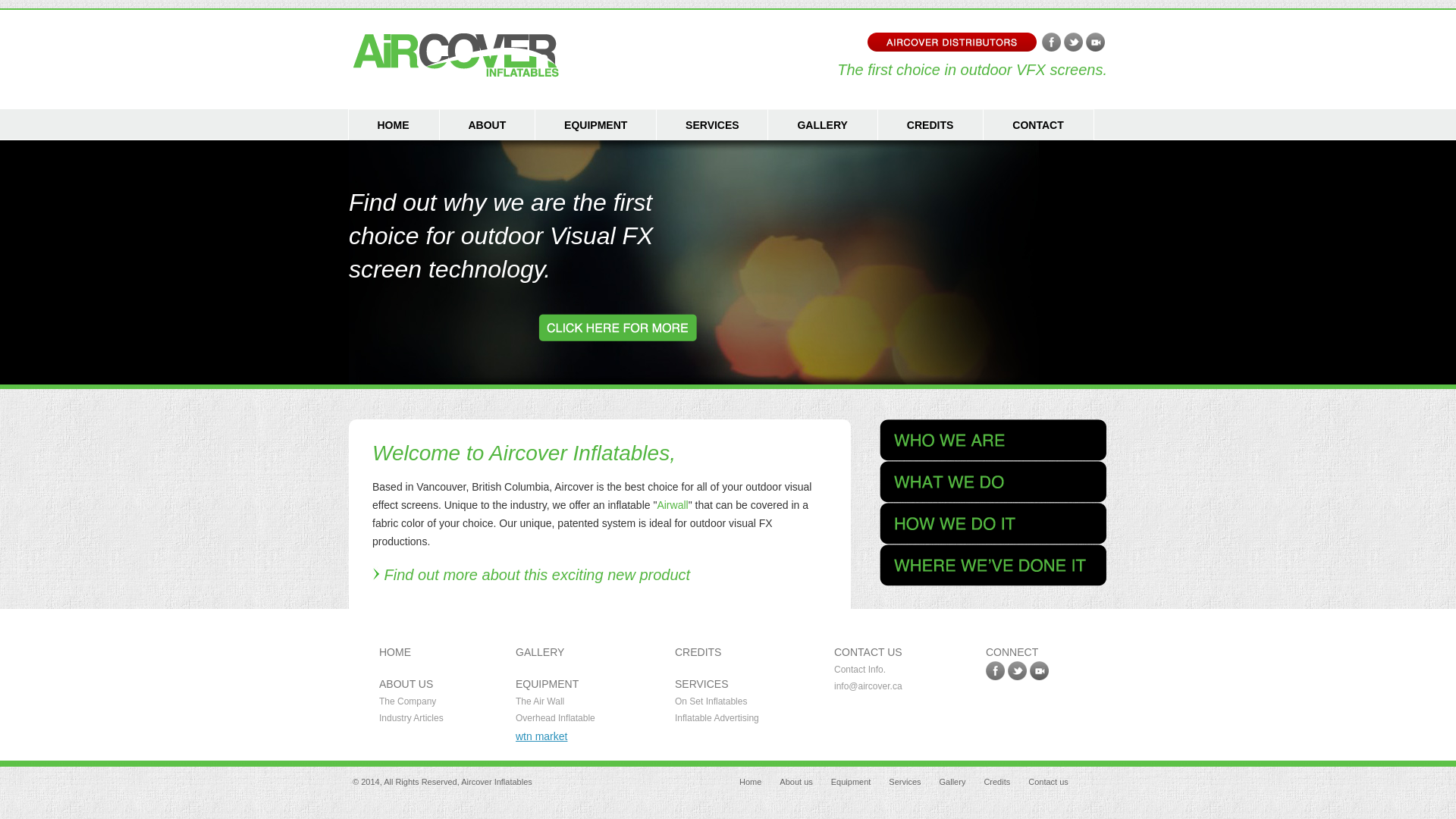 The height and width of the screenshot is (819, 1456). Describe the element at coordinates (352, 55) in the screenshot. I see `'Aircover Inflatables - Vancouver BC'` at that location.